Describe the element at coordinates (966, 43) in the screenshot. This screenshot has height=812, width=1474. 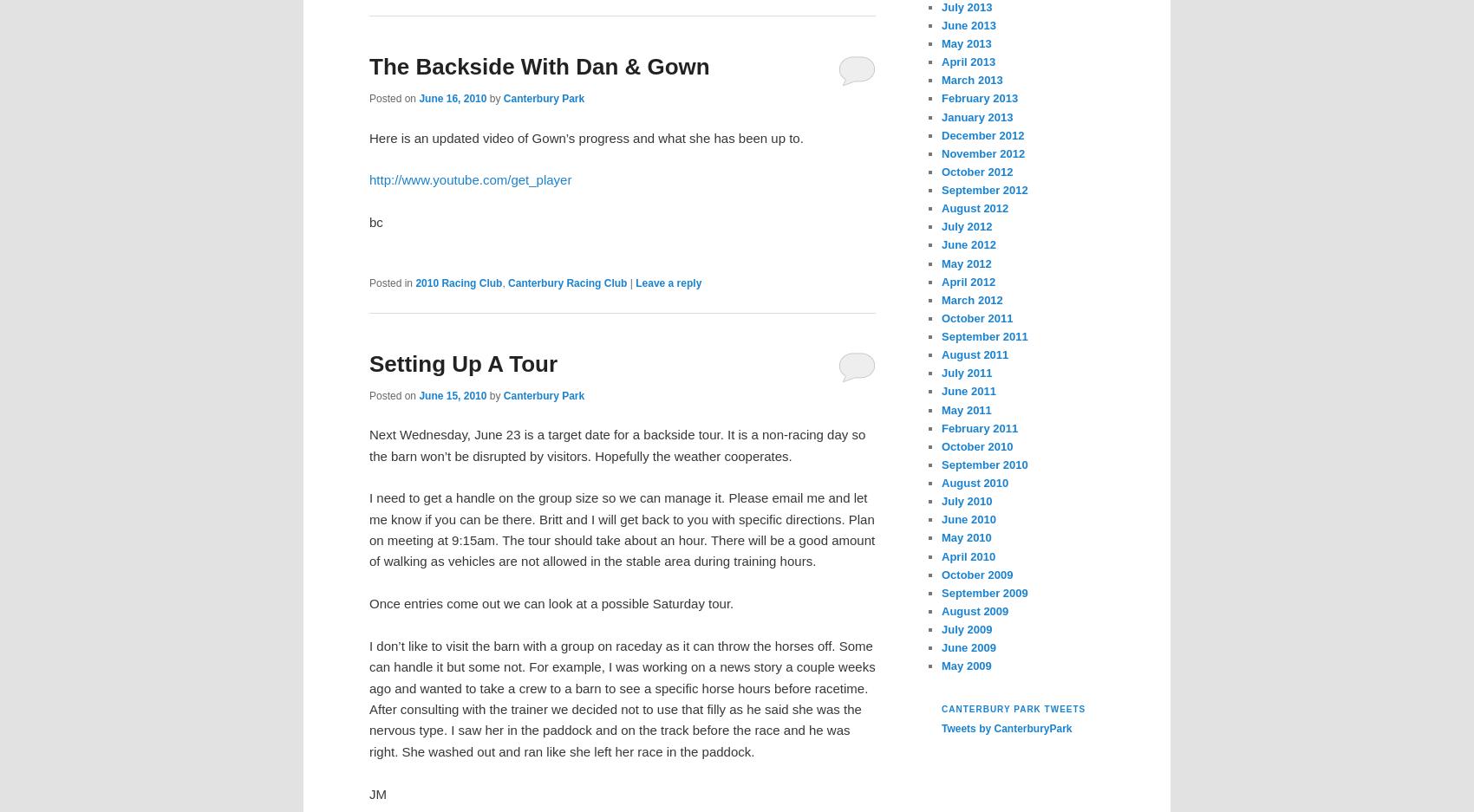
I see `'May 2013'` at that location.